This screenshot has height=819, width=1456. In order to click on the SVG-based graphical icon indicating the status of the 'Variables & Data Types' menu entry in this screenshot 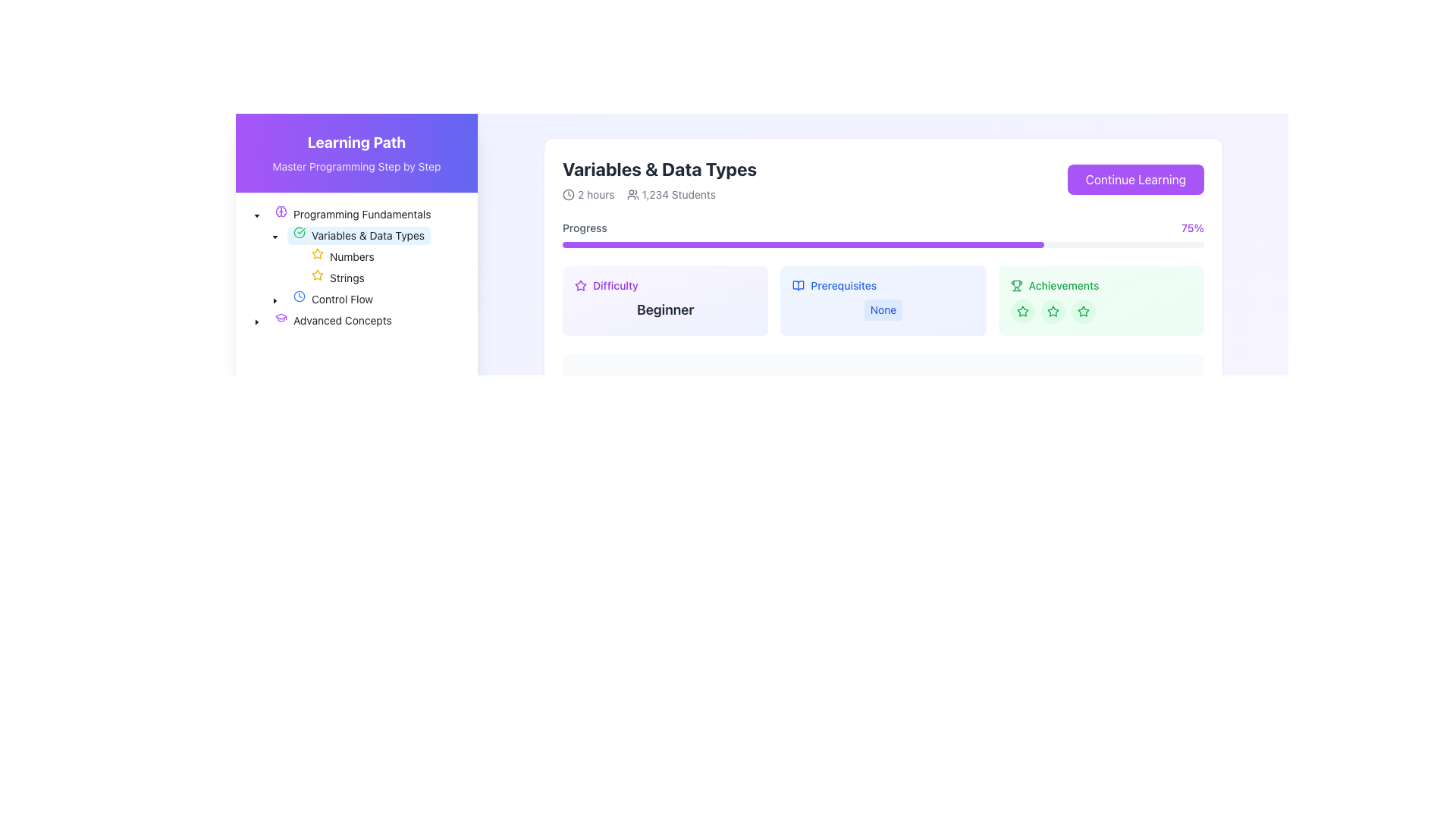, I will do `click(299, 233)`.